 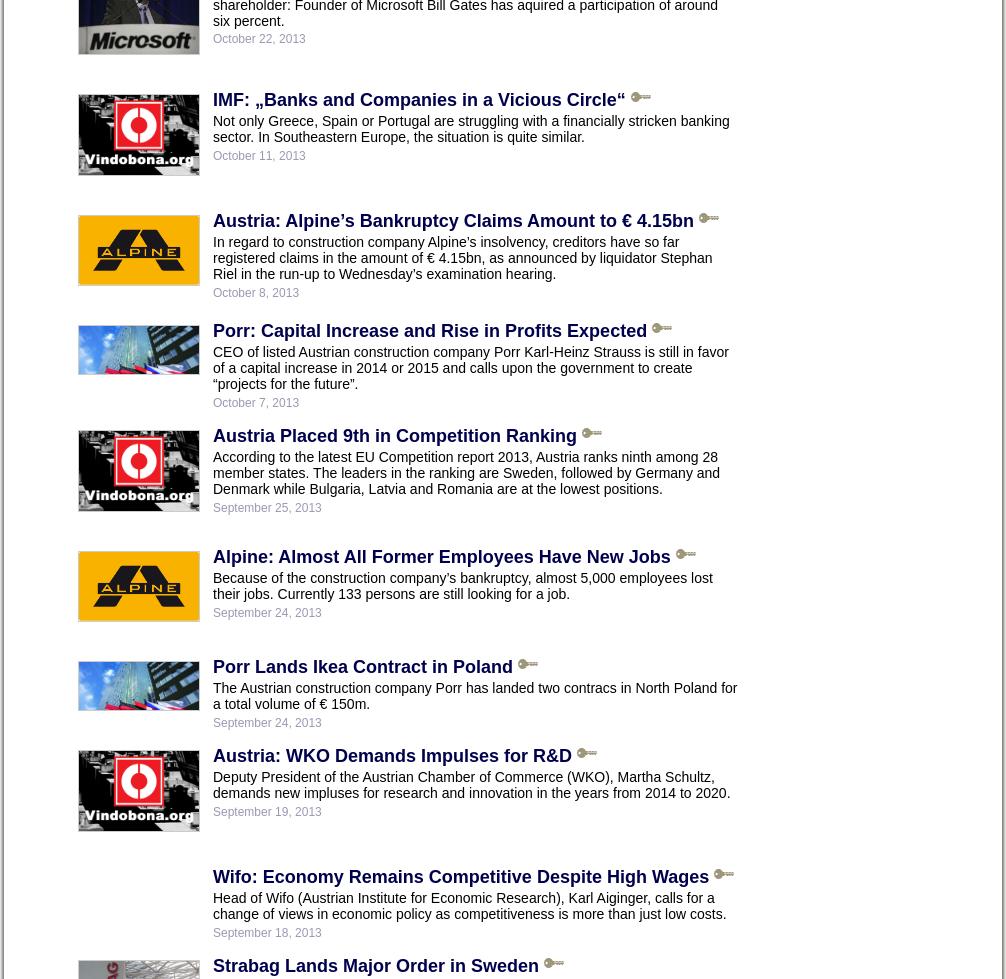 I want to click on 'The Austrian construction company Porr has landed two contracs in North Poland for a total volume of € 150m.', so click(x=474, y=694).